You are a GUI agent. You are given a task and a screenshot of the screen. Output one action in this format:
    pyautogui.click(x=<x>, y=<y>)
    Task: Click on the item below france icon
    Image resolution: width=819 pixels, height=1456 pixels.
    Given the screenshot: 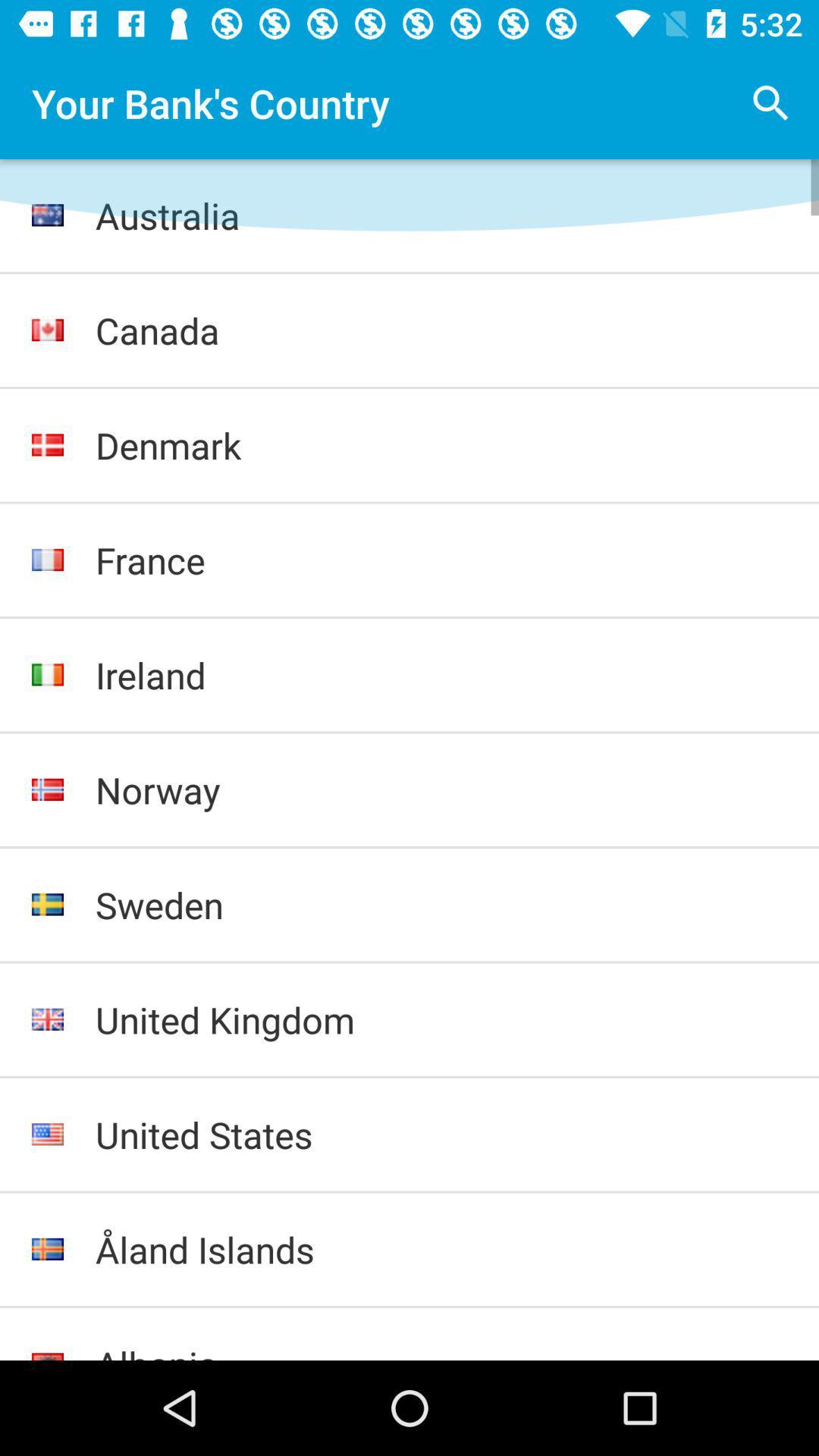 What is the action you would take?
    pyautogui.click(x=441, y=674)
    